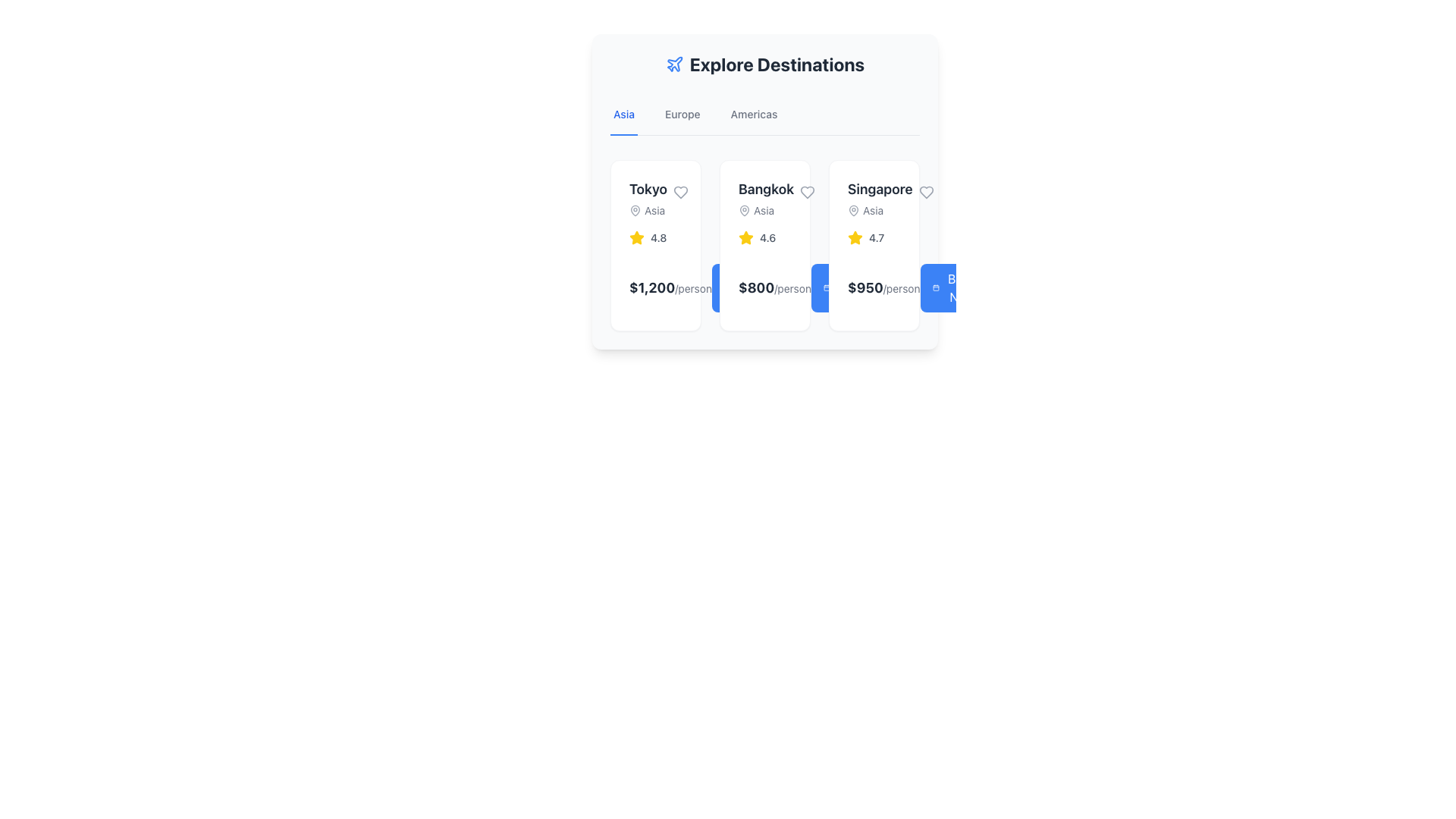  What do you see at coordinates (766, 210) in the screenshot?
I see `the text 'Asia' with the pin icon located under the city name in the Bangkok card, which is part of the 'Explore Destinations' section` at bounding box center [766, 210].